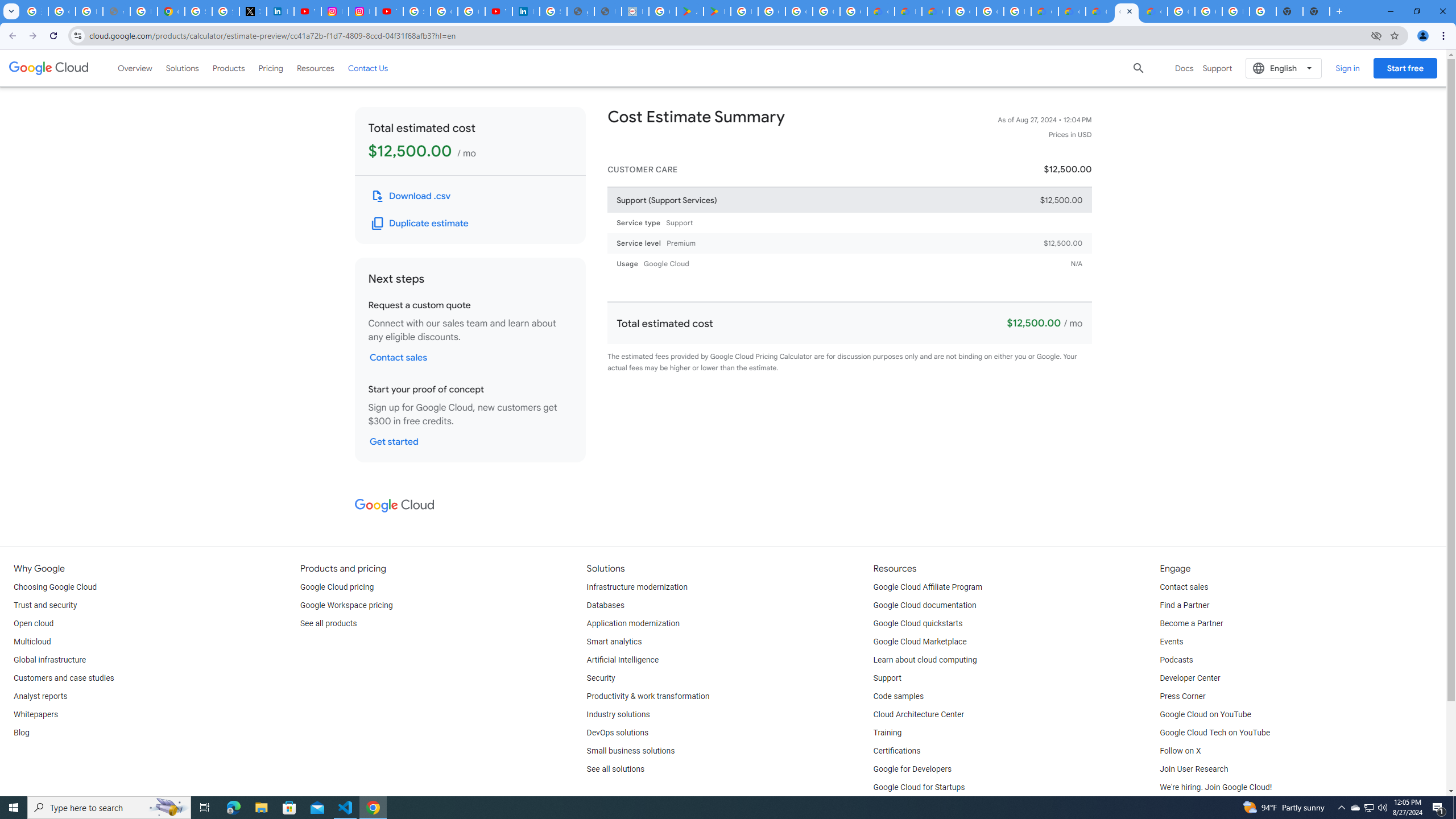 This screenshot has height=819, width=1456. I want to click on 'Contact Us', so click(368, 68).